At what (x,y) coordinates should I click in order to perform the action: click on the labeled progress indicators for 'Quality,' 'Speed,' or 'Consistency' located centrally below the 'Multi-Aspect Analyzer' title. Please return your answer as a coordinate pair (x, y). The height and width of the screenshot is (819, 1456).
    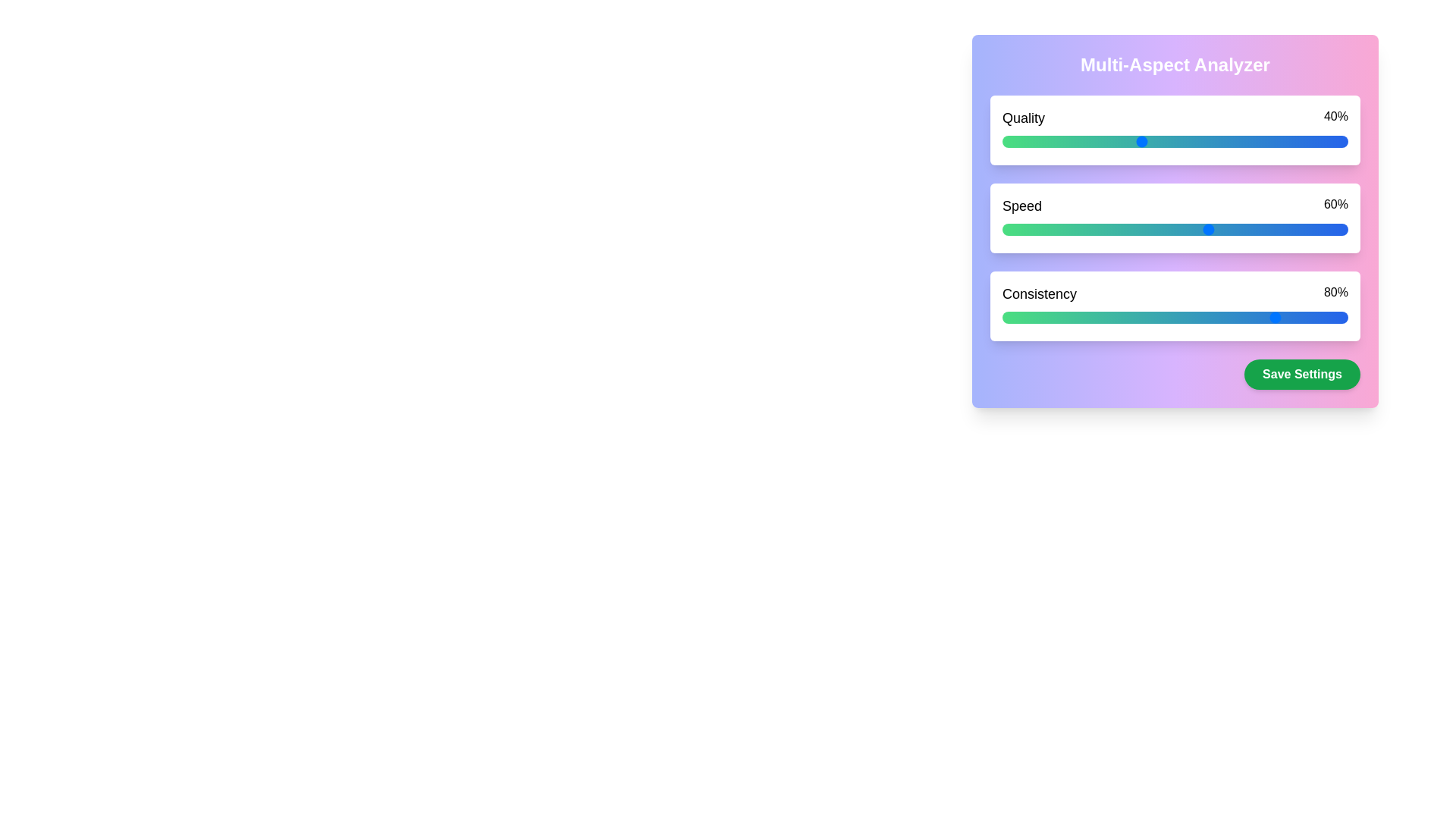
    Looking at the image, I should click on (1175, 218).